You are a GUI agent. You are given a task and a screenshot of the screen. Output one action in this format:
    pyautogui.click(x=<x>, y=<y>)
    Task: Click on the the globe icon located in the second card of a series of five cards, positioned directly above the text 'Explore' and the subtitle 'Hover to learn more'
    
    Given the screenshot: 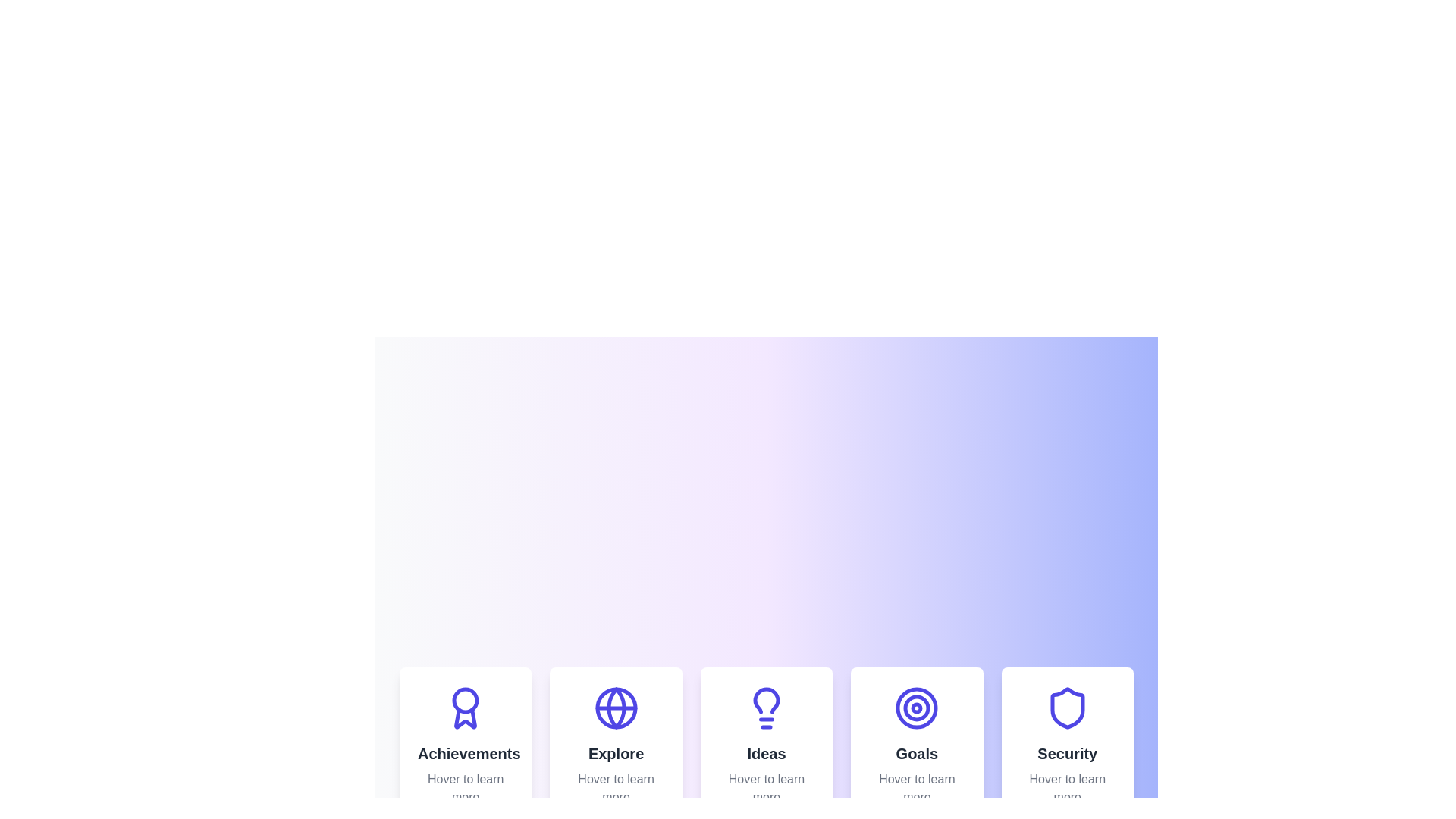 What is the action you would take?
    pyautogui.click(x=616, y=708)
    